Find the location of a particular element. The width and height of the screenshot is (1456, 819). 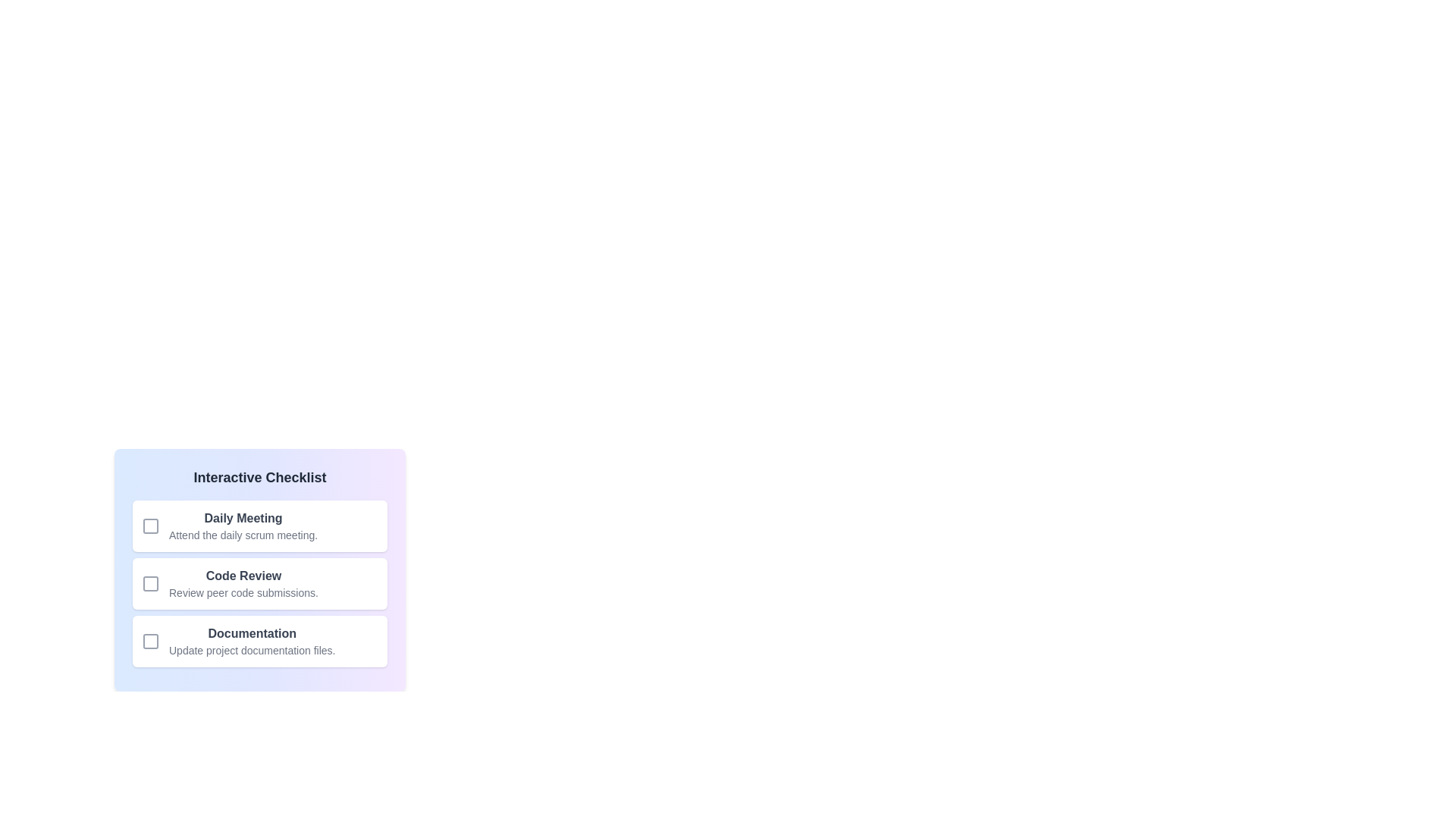

the 'Documentation' text label, which is styled in bold and dark gray, located in the third item of a vertical checklist structure, positioned above the subtitle 'Update project documentation files.' is located at coordinates (252, 634).